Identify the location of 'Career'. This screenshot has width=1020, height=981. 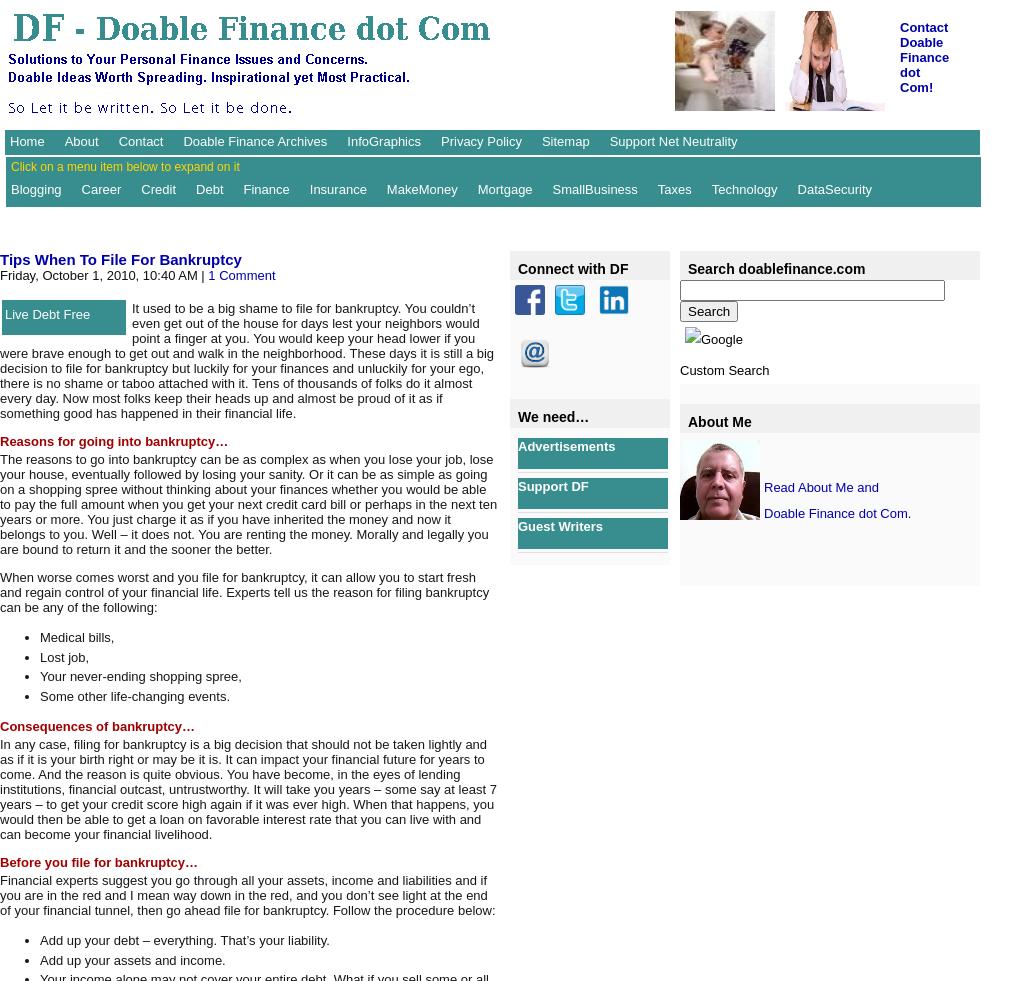
(99, 187).